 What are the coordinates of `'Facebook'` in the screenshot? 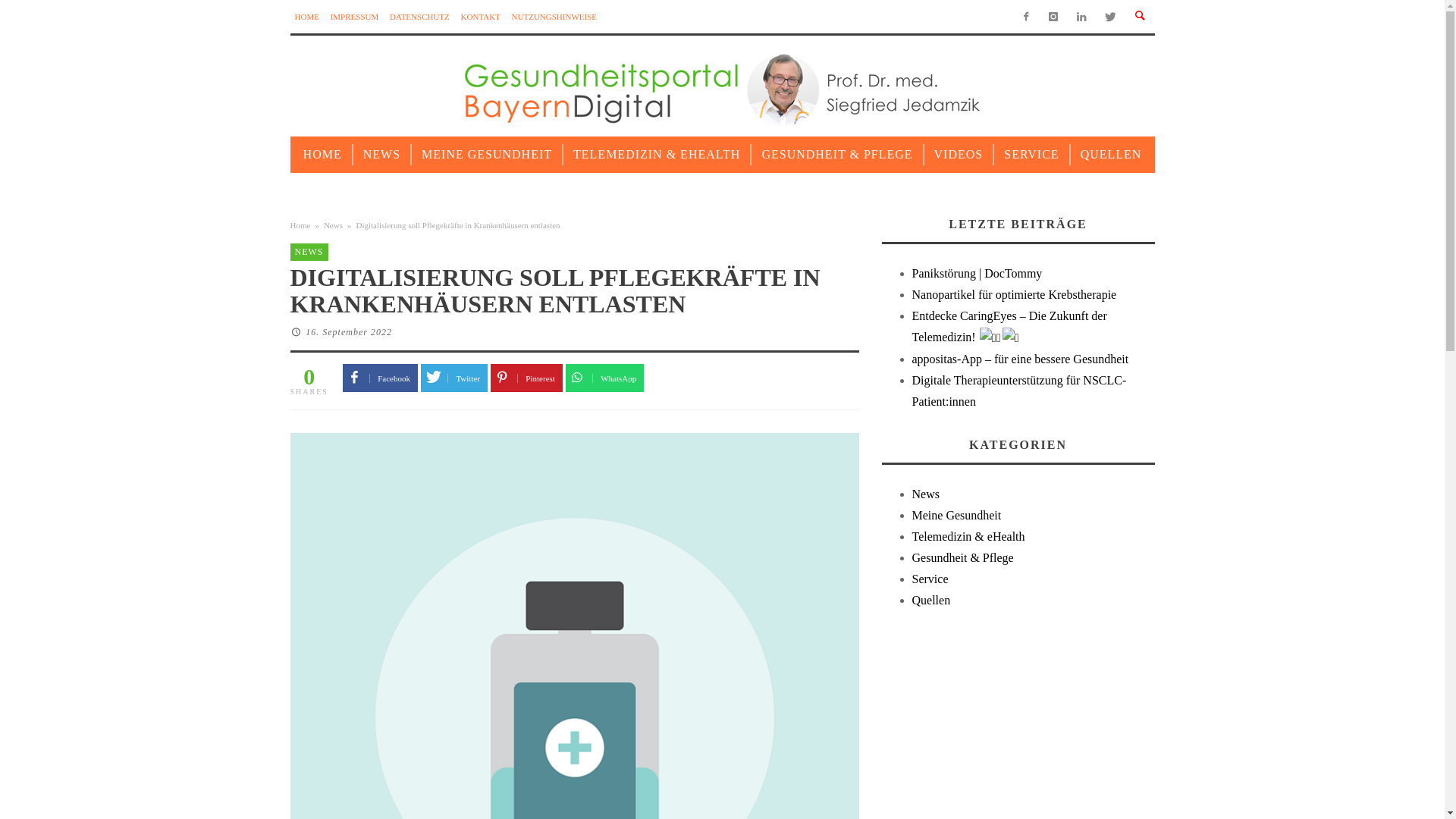 It's located at (380, 377).